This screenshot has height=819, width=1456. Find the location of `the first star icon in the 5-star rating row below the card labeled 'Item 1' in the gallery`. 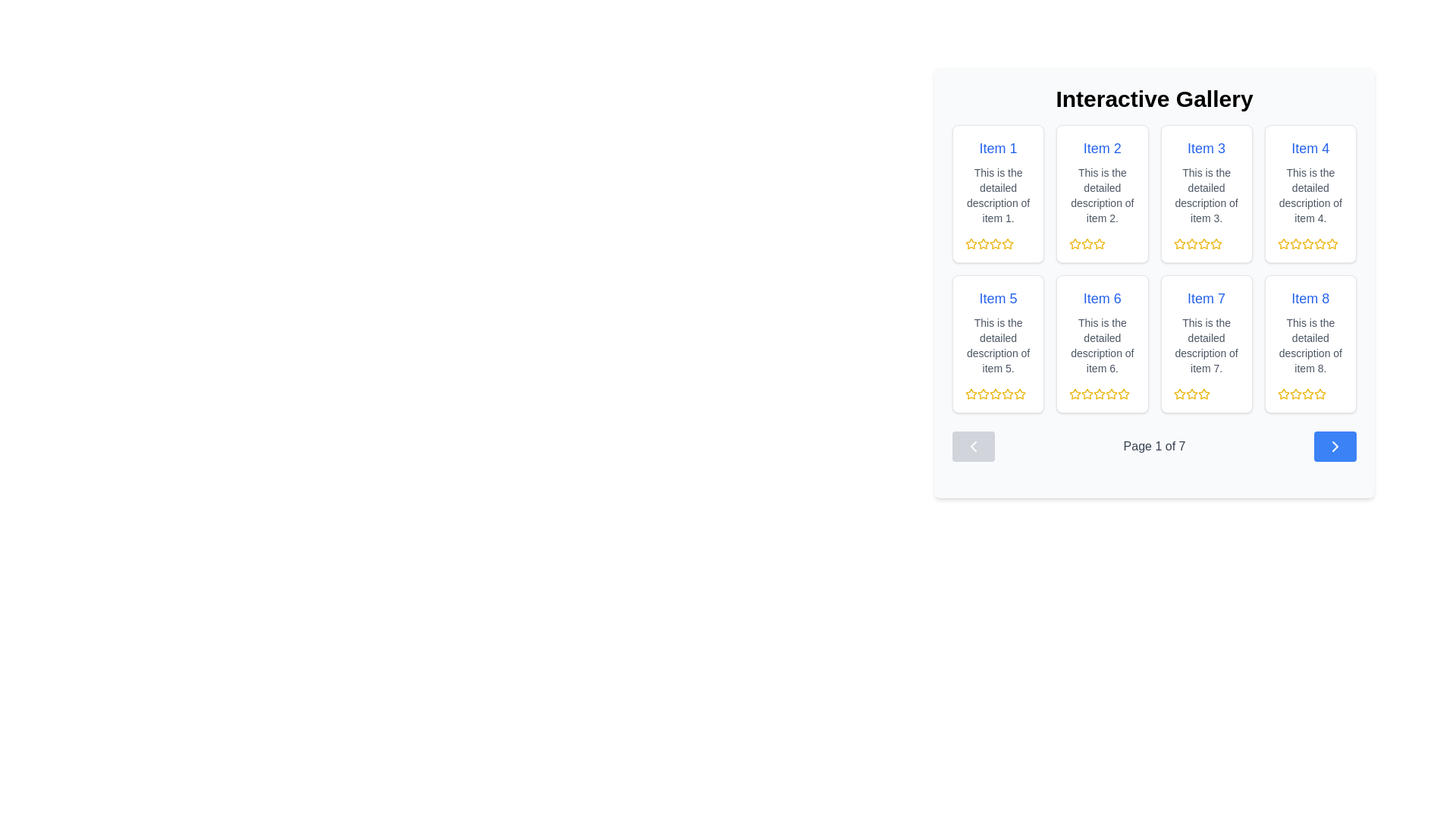

the first star icon in the 5-star rating row below the card labeled 'Item 1' in the gallery is located at coordinates (1008, 243).